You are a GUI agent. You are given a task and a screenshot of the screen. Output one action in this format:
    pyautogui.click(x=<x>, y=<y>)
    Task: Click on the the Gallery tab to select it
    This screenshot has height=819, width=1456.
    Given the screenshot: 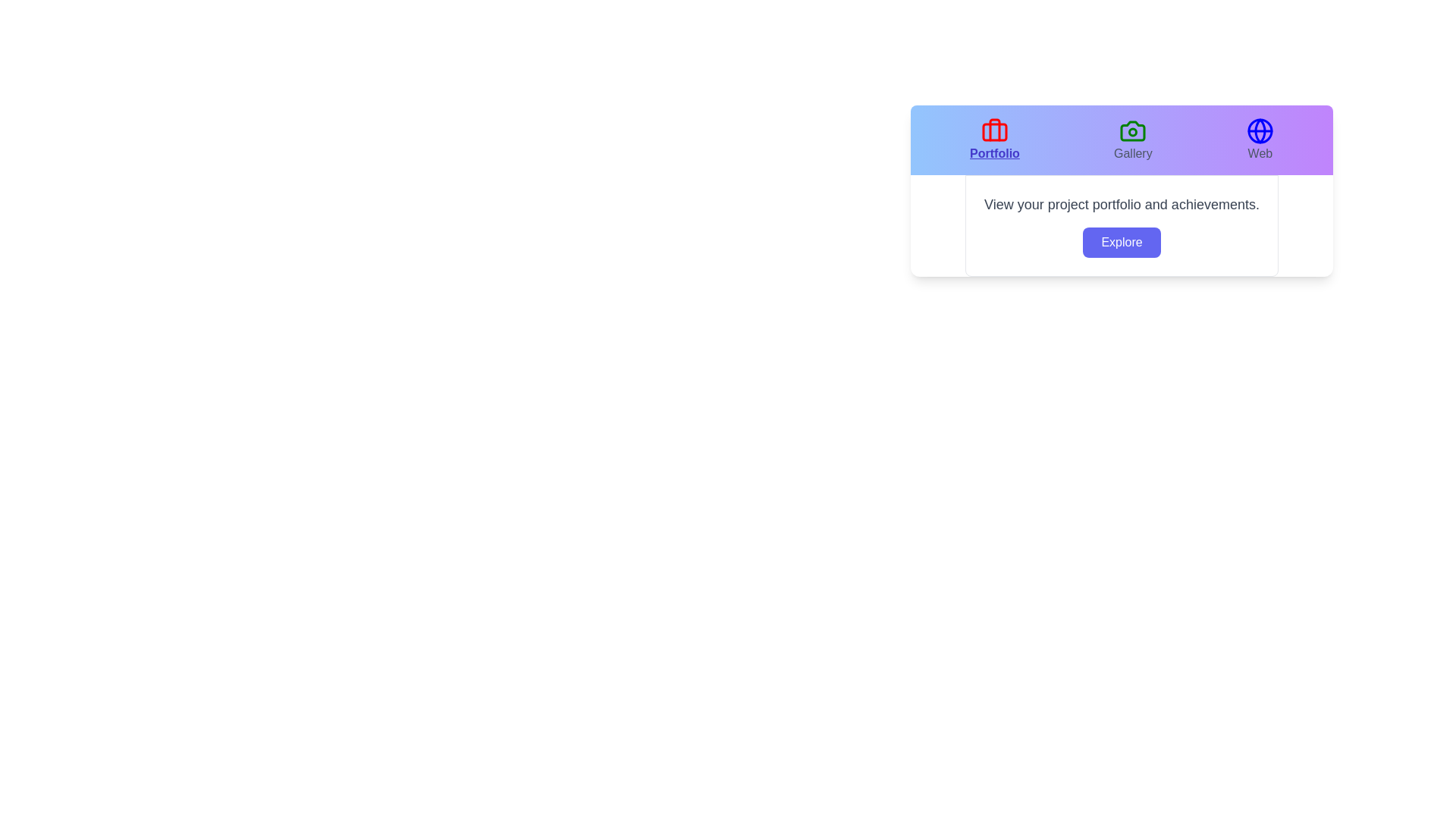 What is the action you would take?
    pyautogui.click(x=1133, y=140)
    